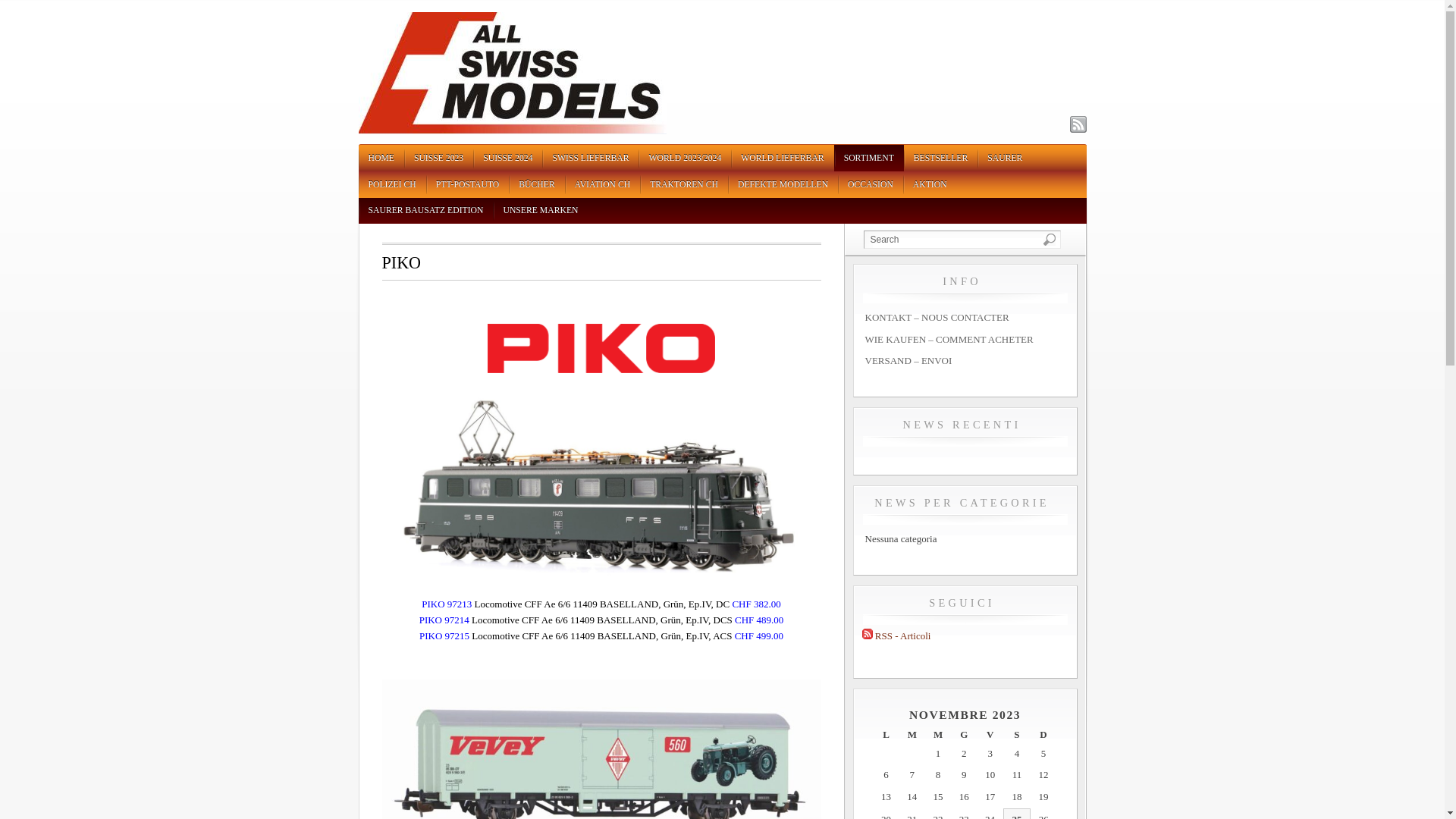 The image size is (1456, 819). What do you see at coordinates (492, 210) in the screenshot?
I see `'UNSERE MARKEN'` at bounding box center [492, 210].